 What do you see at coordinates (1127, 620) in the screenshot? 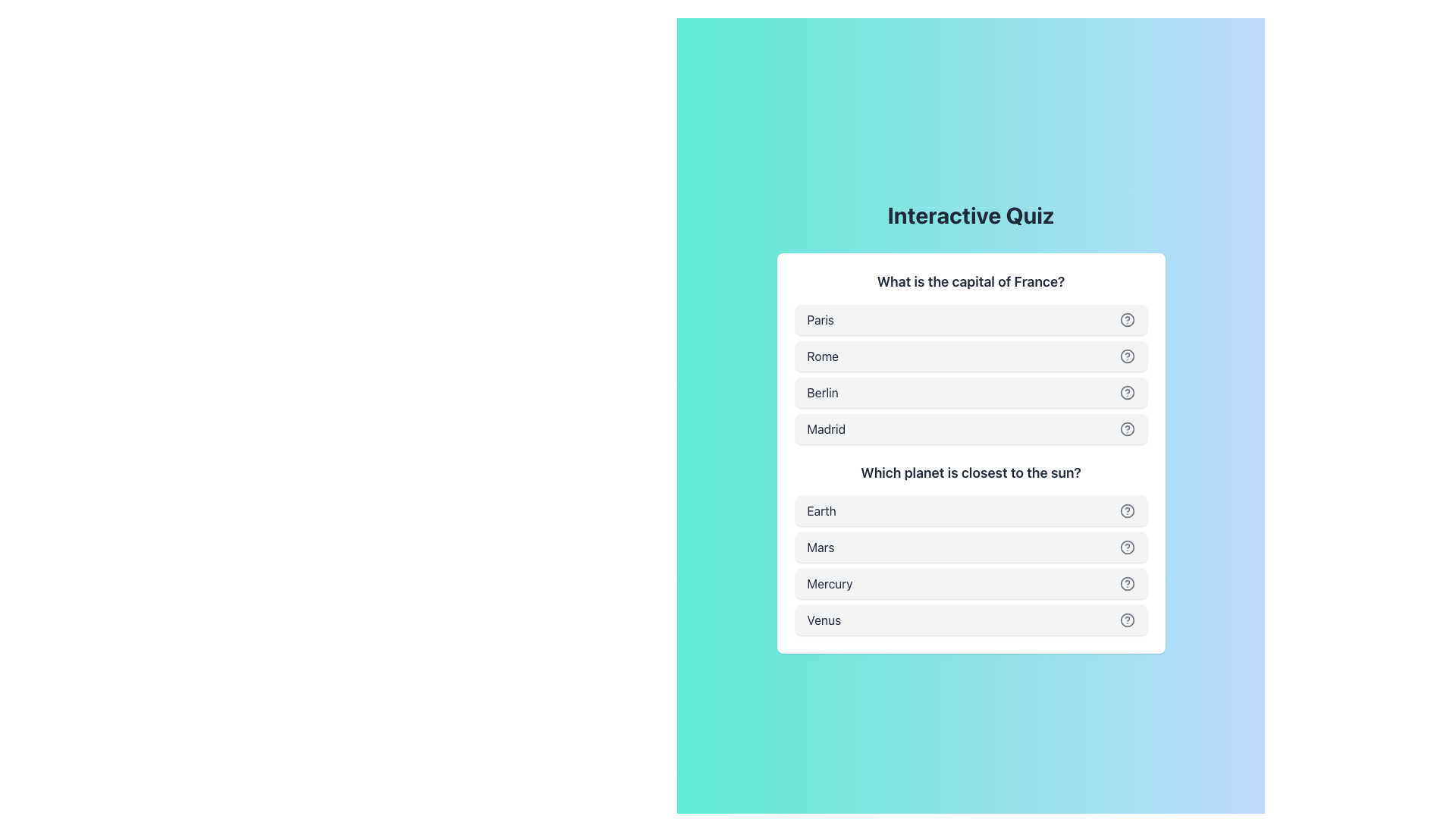
I see `the circular Help or information icon with a question mark, located next to the text option 'Venus'` at bounding box center [1127, 620].